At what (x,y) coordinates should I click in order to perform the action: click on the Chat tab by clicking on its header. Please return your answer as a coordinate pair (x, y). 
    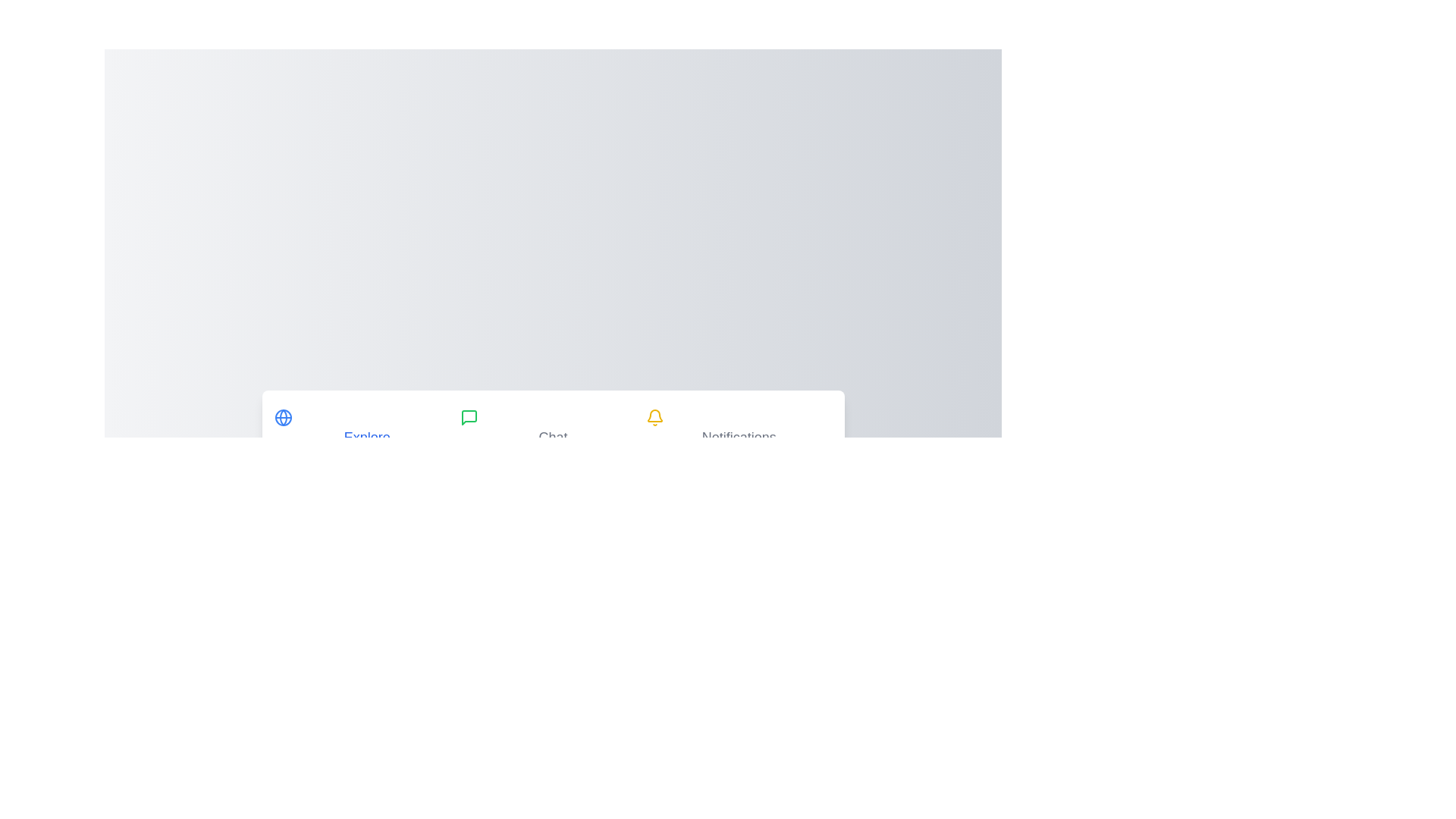
    Looking at the image, I should click on (552, 429).